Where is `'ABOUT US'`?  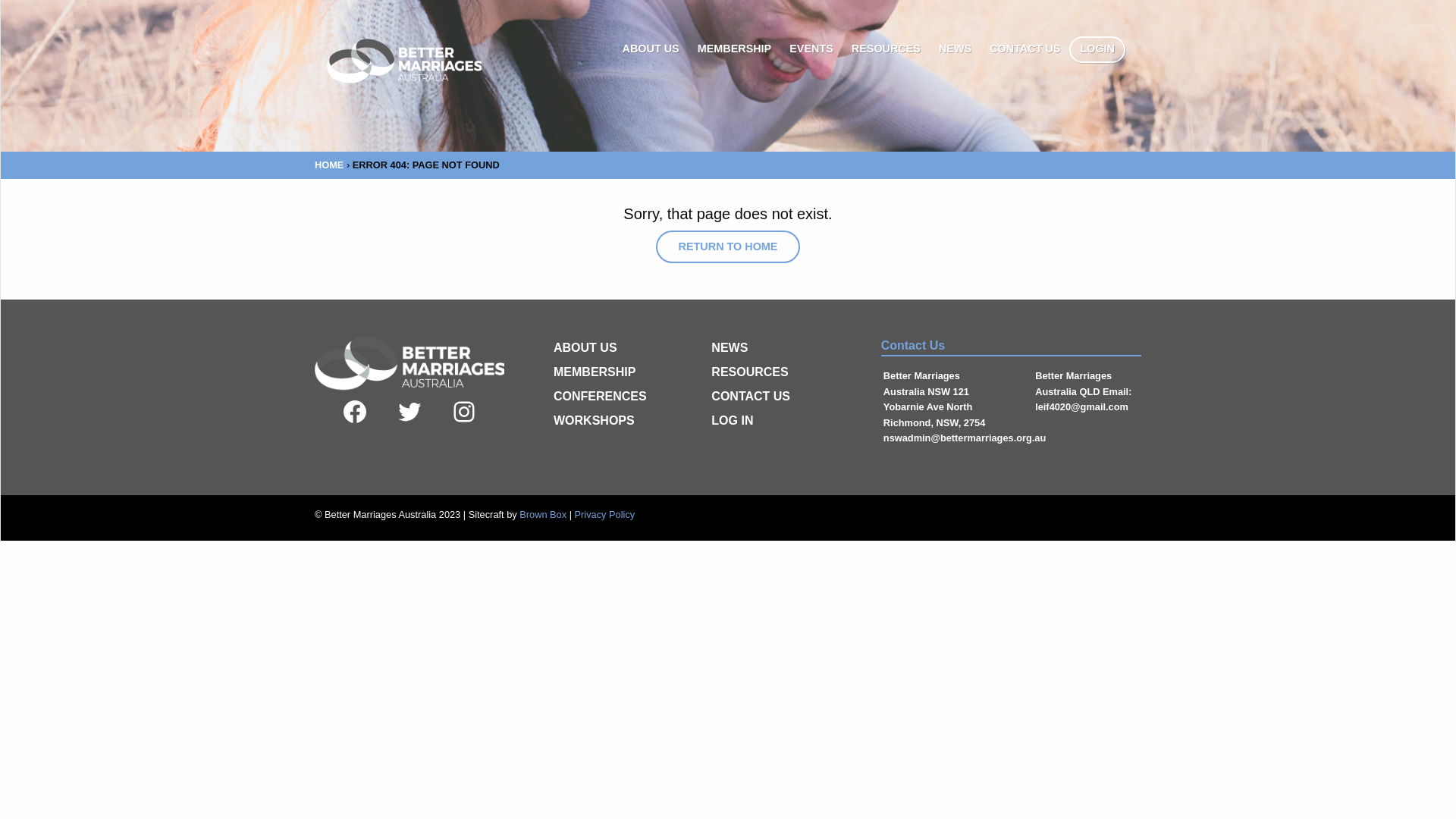 'ABOUT US' is located at coordinates (651, 49).